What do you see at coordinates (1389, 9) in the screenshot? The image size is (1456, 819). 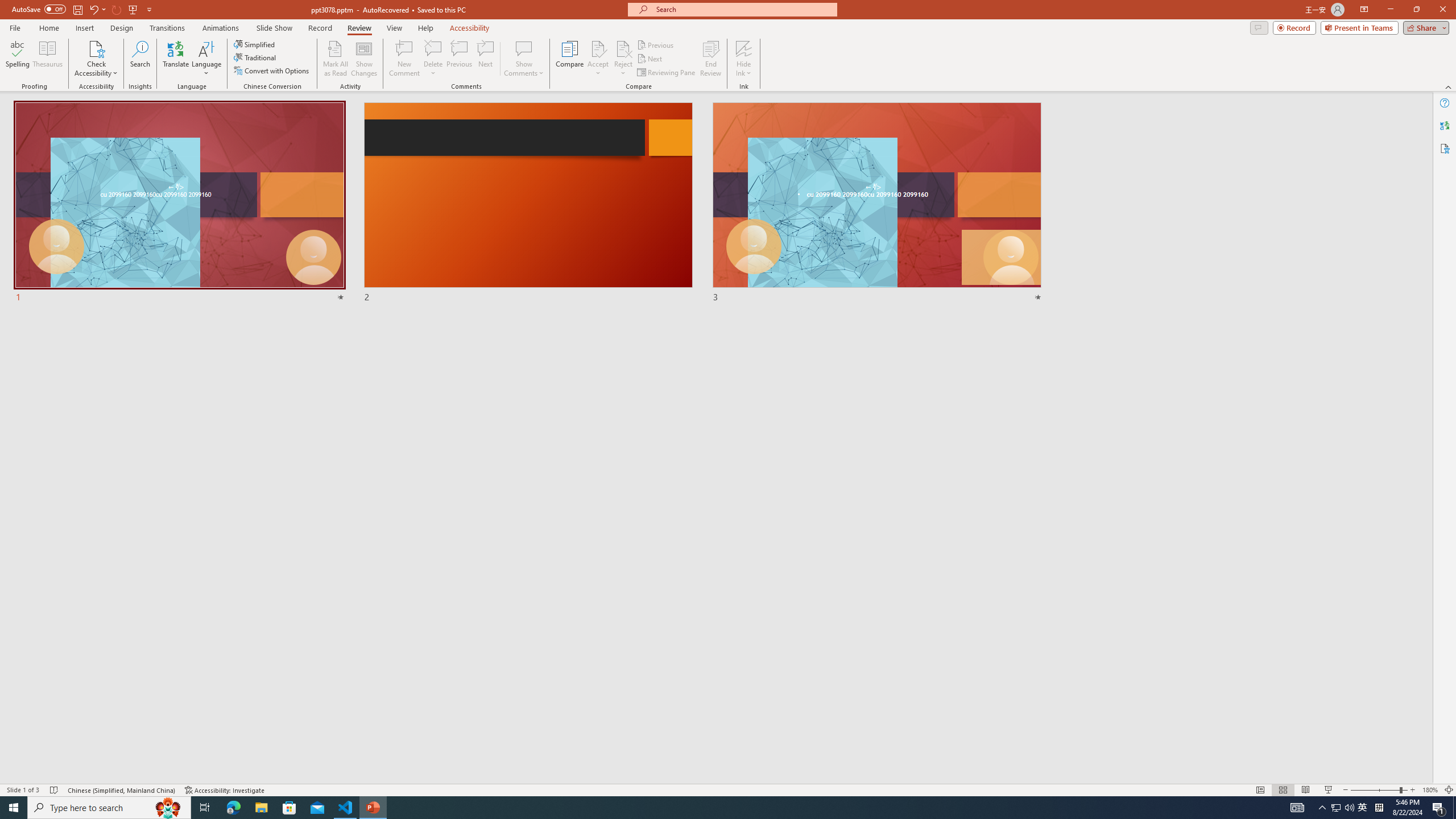 I see `'Minimize'` at bounding box center [1389, 9].